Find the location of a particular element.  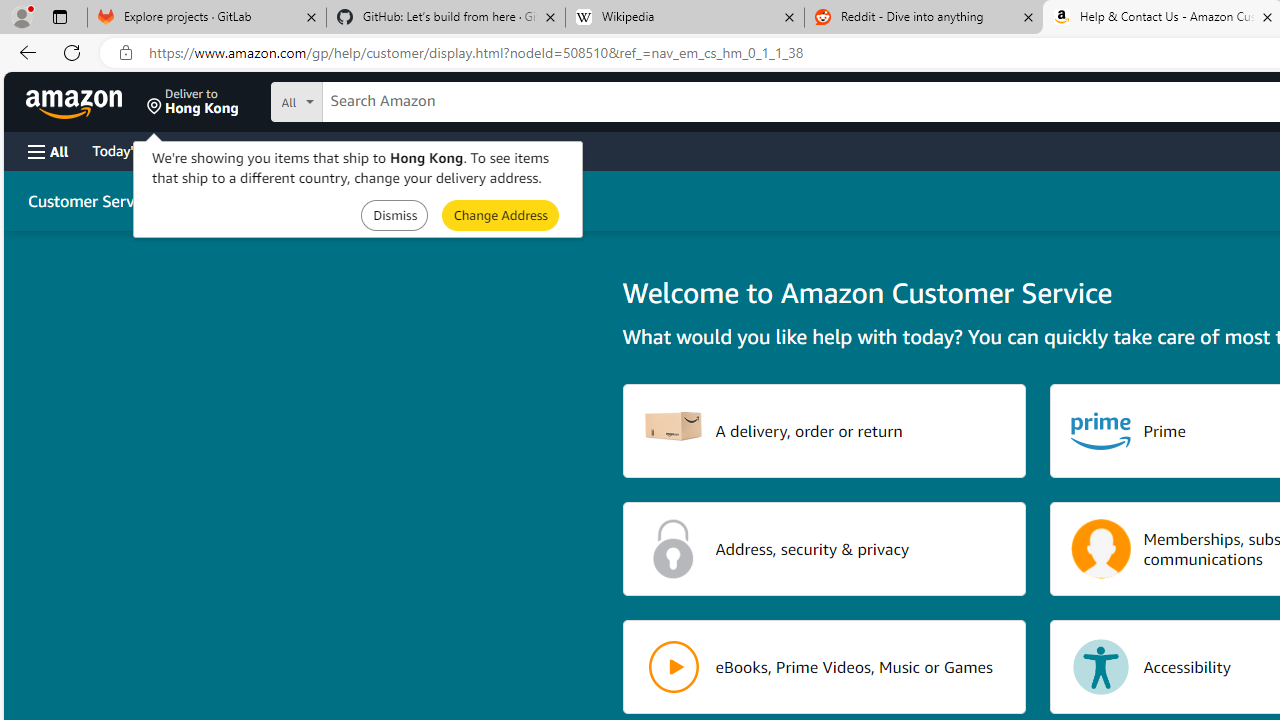

'Address, security & privacy' is located at coordinates (824, 549).